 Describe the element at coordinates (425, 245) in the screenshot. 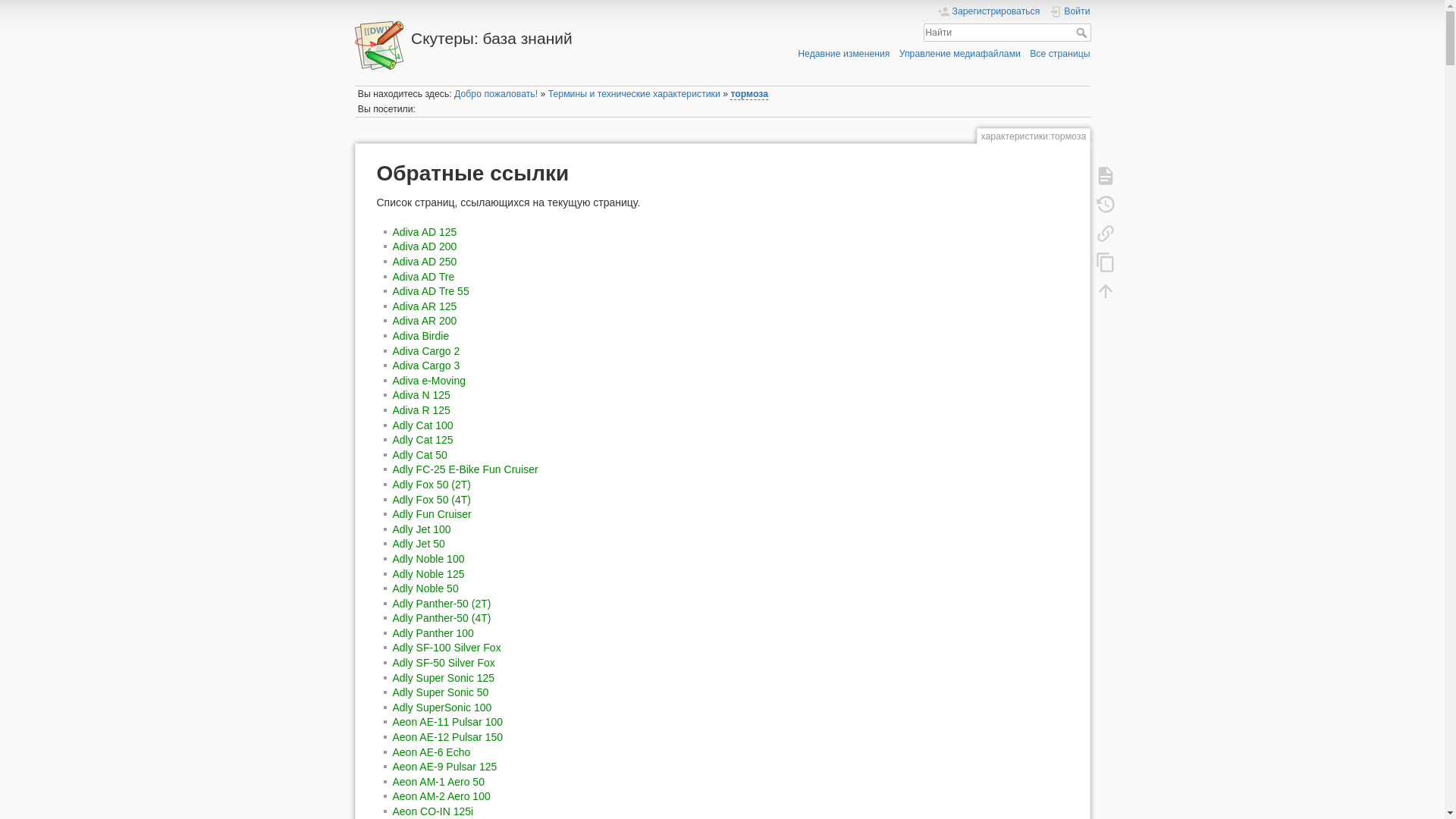

I see `'Adiva AD 200'` at that location.